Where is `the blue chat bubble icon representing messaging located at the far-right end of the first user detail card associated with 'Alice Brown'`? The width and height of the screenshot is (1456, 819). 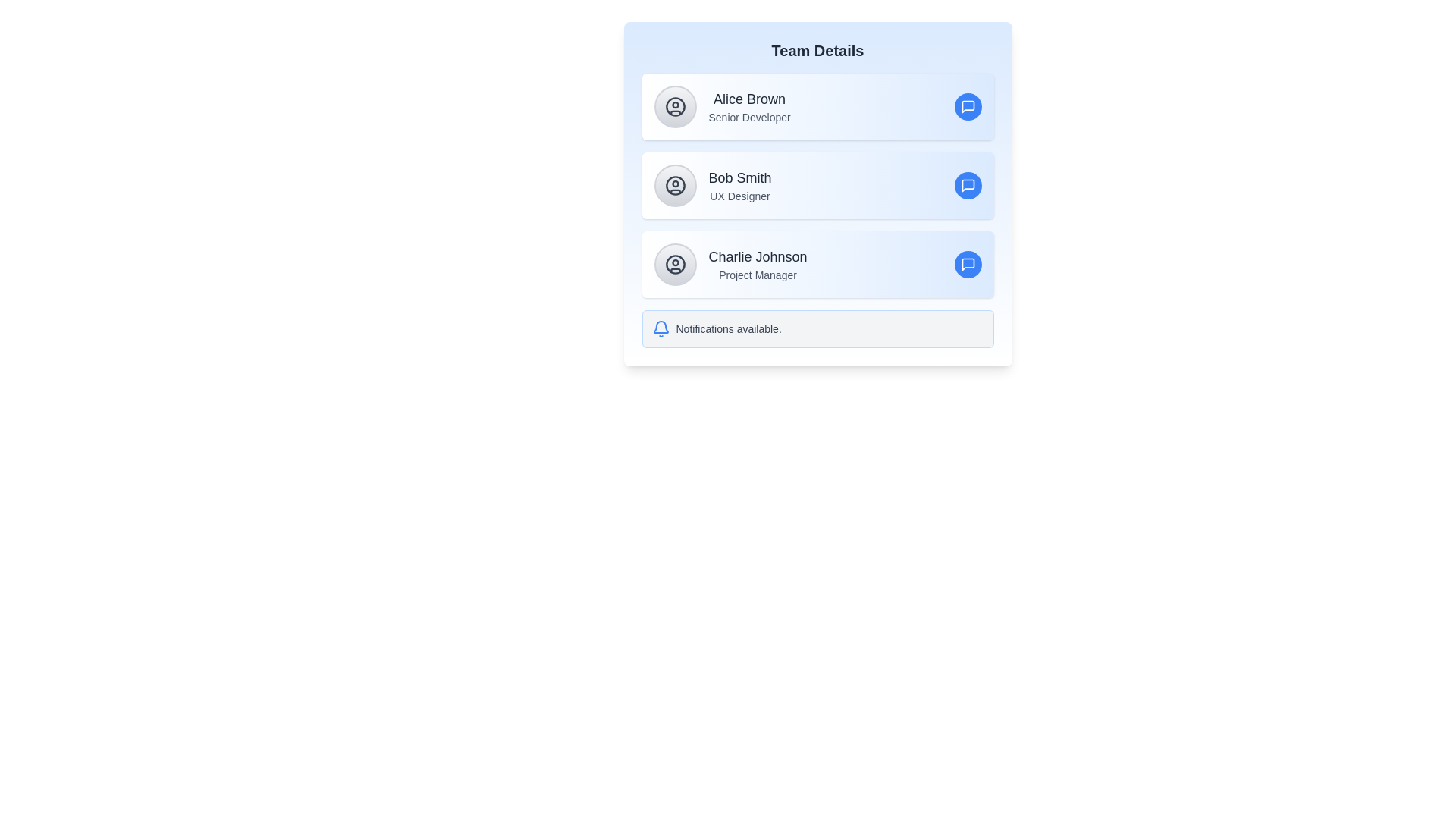
the blue chat bubble icon representing messaging located at the far-right end of the first user detail card associated with 'Alice Brown' is located at coordinates (967, 106).